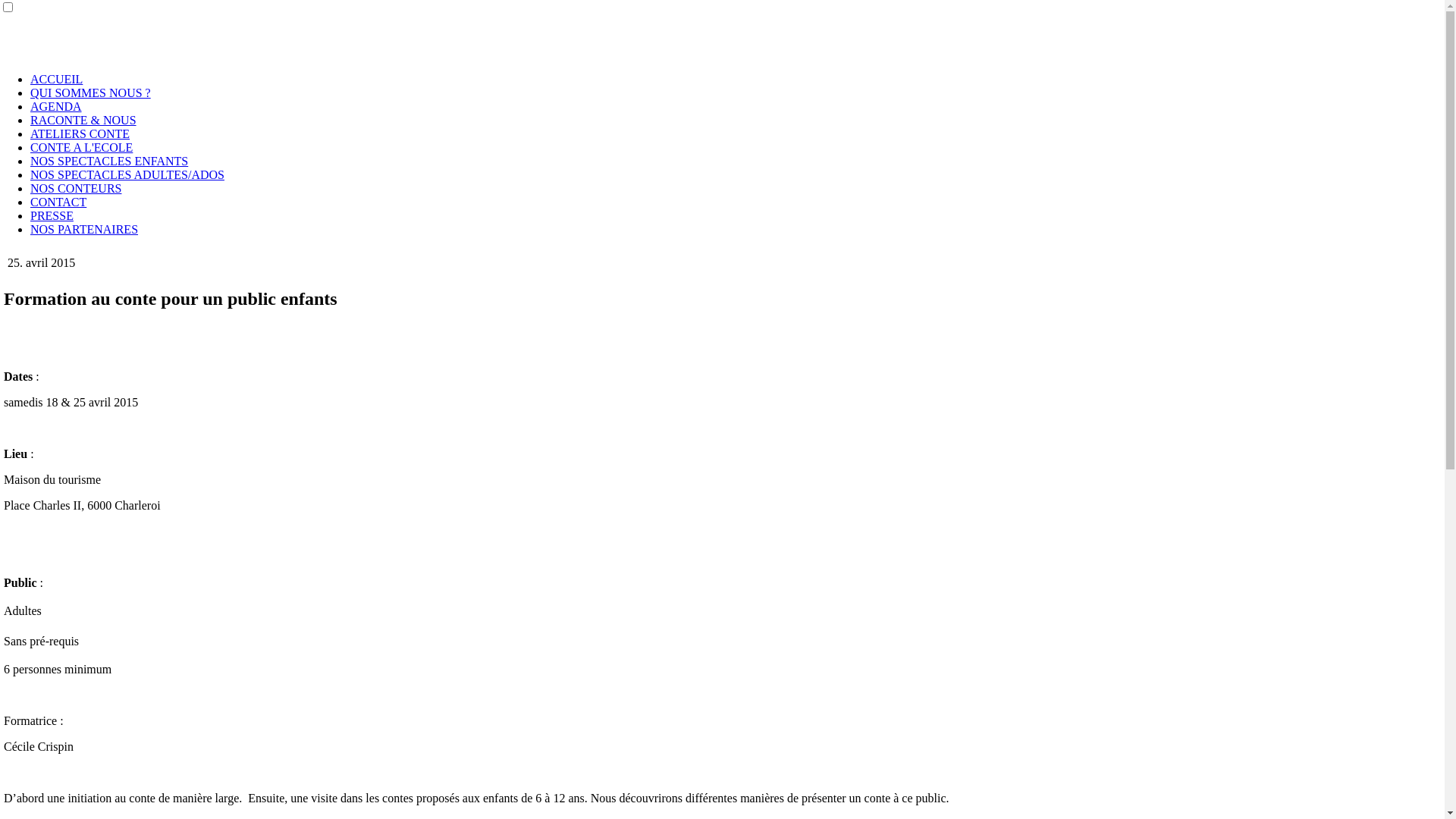 The height and width of the screenshot is (819, 1456). I want to click on 'PRESSE', so click(52, 215).